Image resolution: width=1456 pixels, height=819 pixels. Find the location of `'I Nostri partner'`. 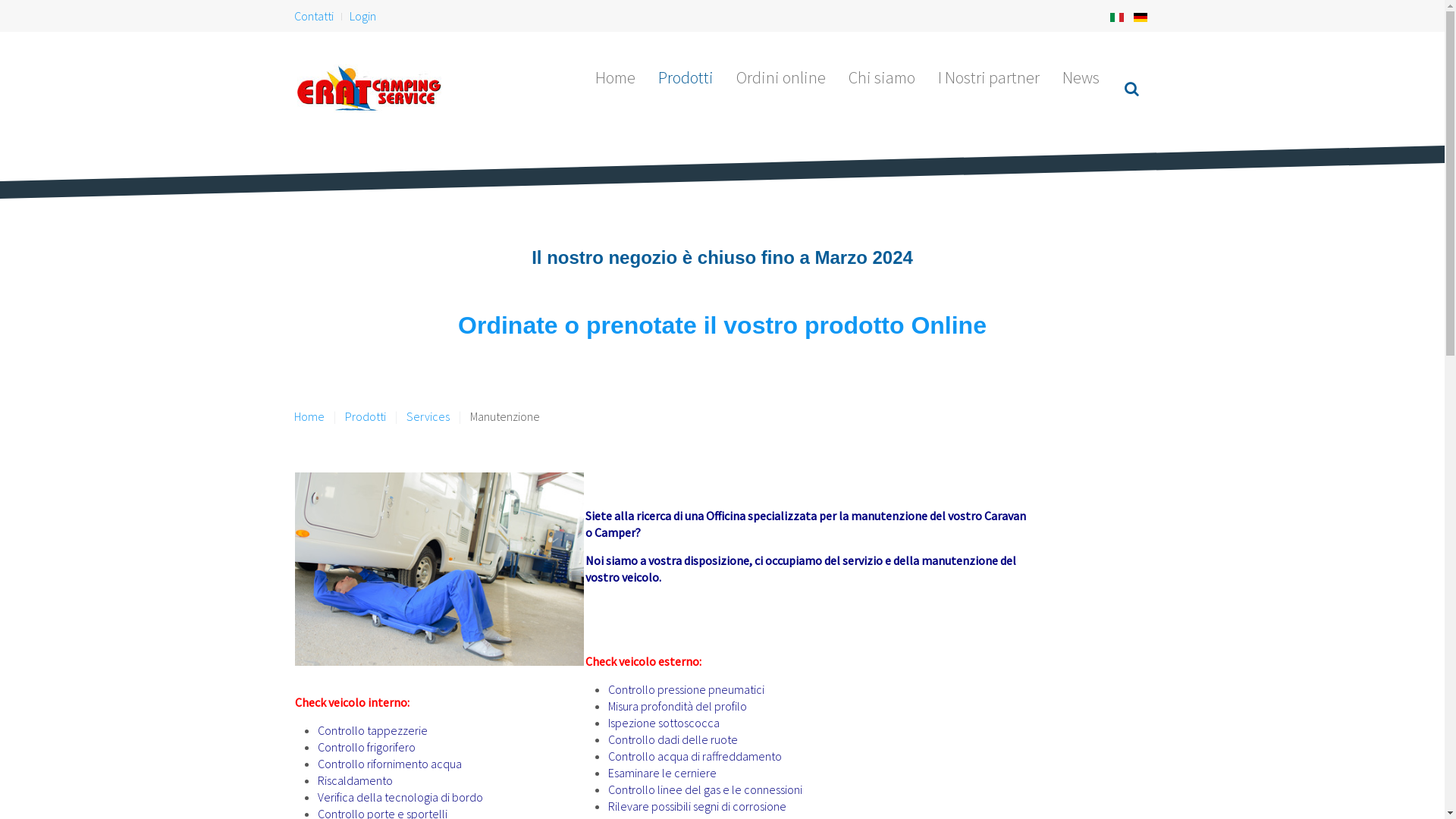

'I Nostri partner' is located at coordinates (989, 77).